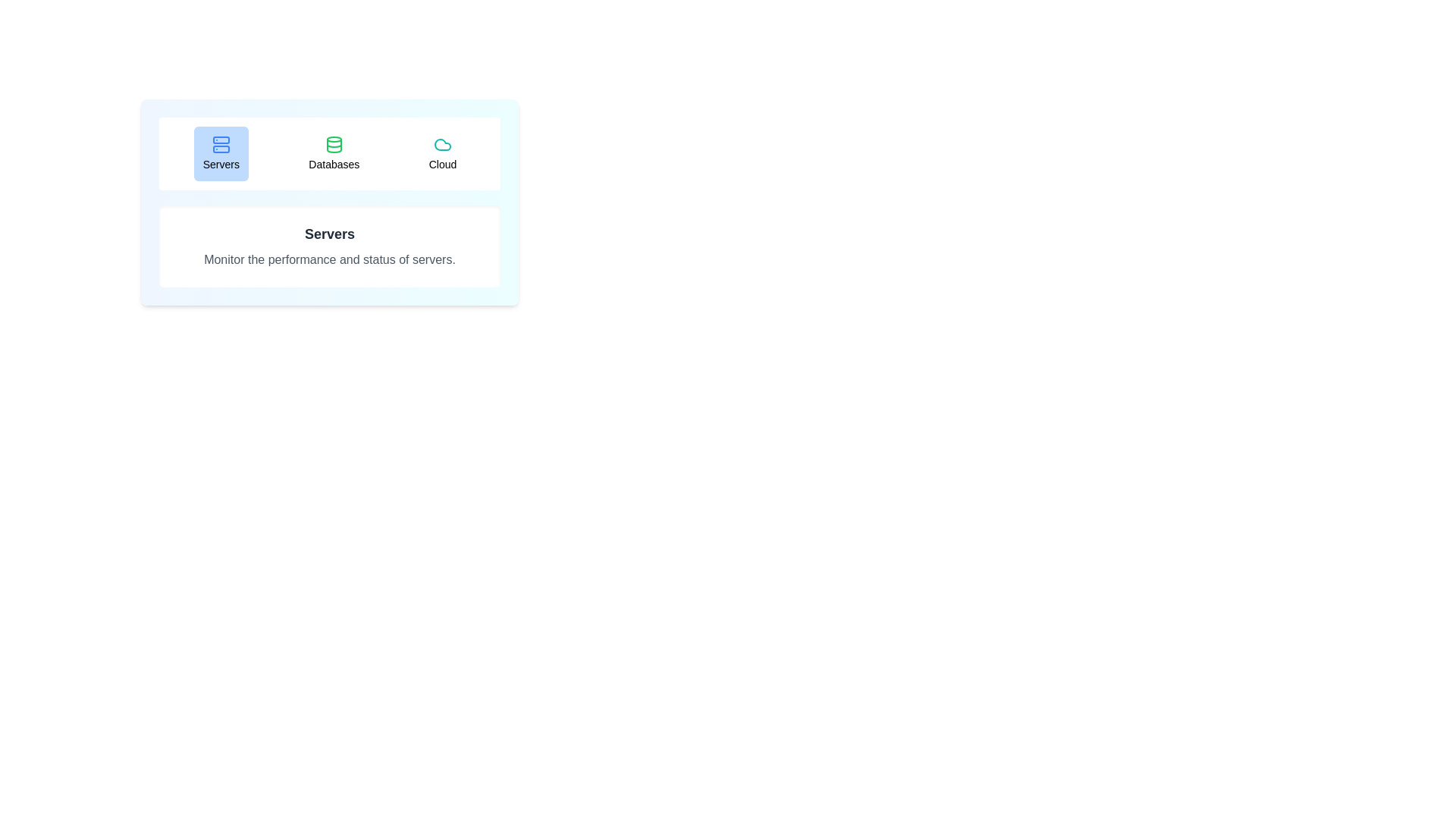 The image size is (1456, 819). What do you see at coordinates (442, 154) in the screenshot?
I see `the Cloud tab to view its content` at bounding box center [442, 154].